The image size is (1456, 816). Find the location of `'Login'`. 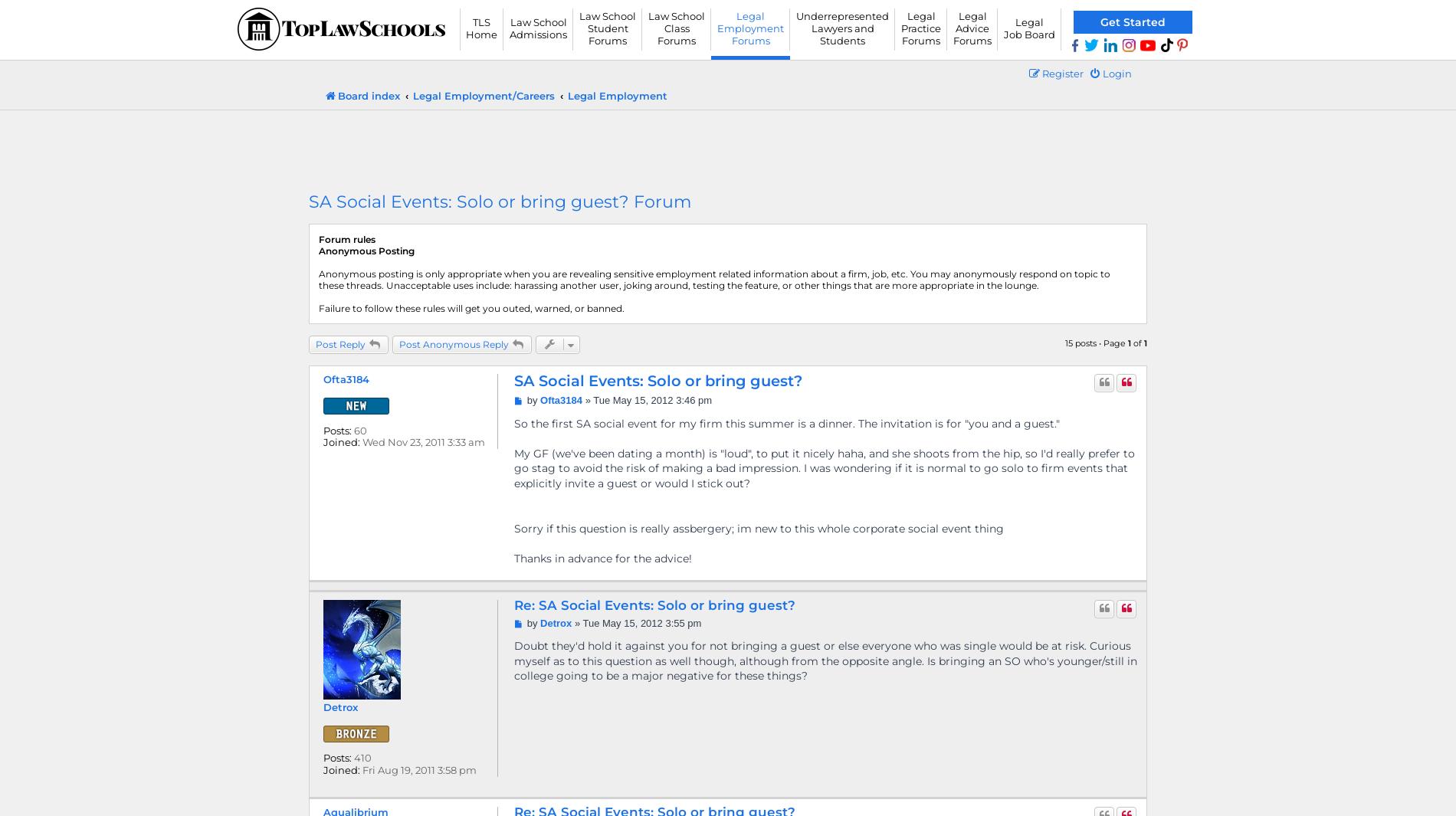

'Login' is located at coordinates (1117, 72).